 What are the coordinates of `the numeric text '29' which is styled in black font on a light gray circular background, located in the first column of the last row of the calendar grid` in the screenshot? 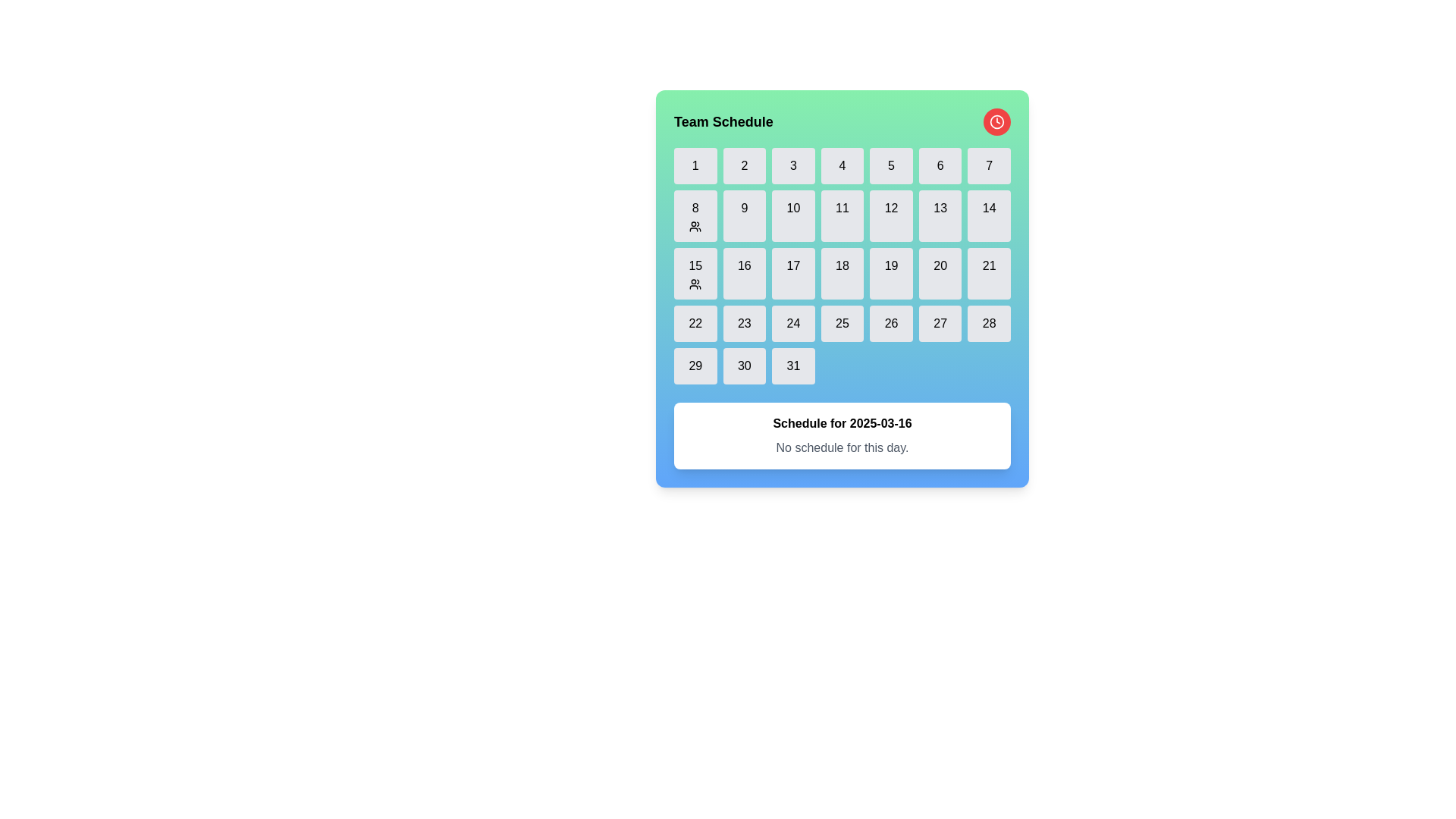 It's located at (695, 366).